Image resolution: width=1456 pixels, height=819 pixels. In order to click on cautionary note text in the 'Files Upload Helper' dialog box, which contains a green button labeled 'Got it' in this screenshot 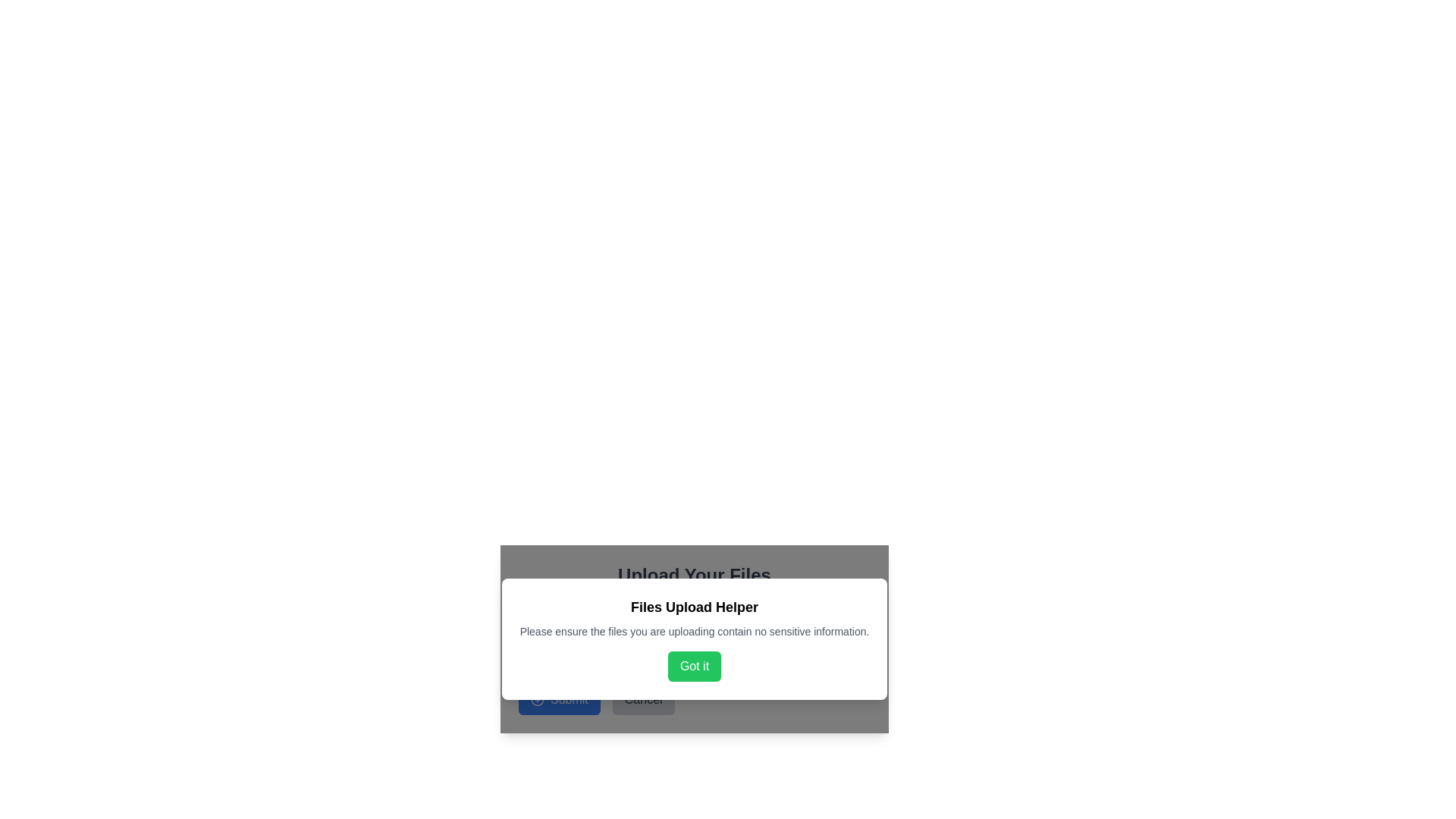, I will do `click(694, 639)`.